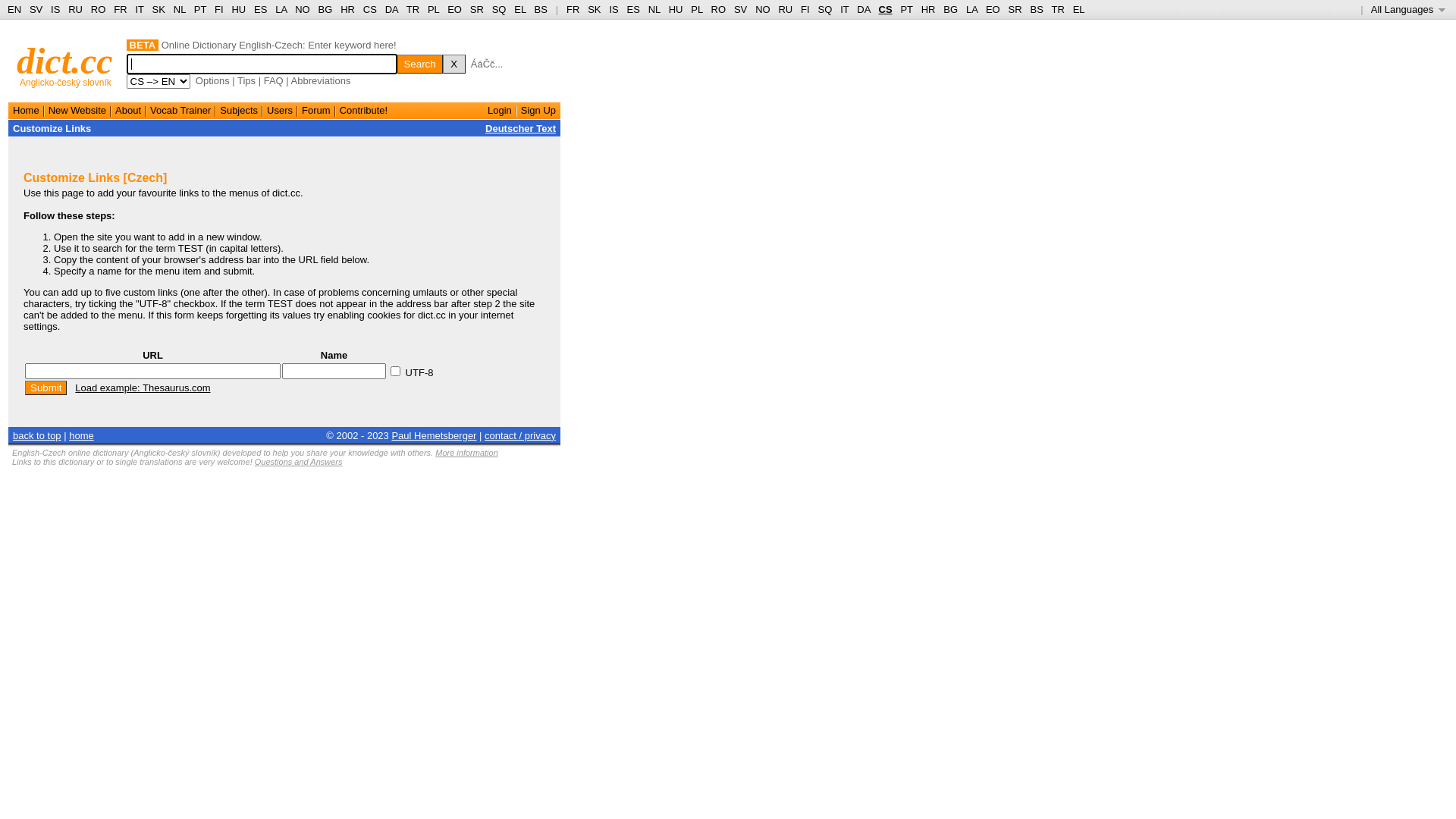 The width and height of the screenshot is (1456, 819). I want to click on 'CS', so click(884, 9).